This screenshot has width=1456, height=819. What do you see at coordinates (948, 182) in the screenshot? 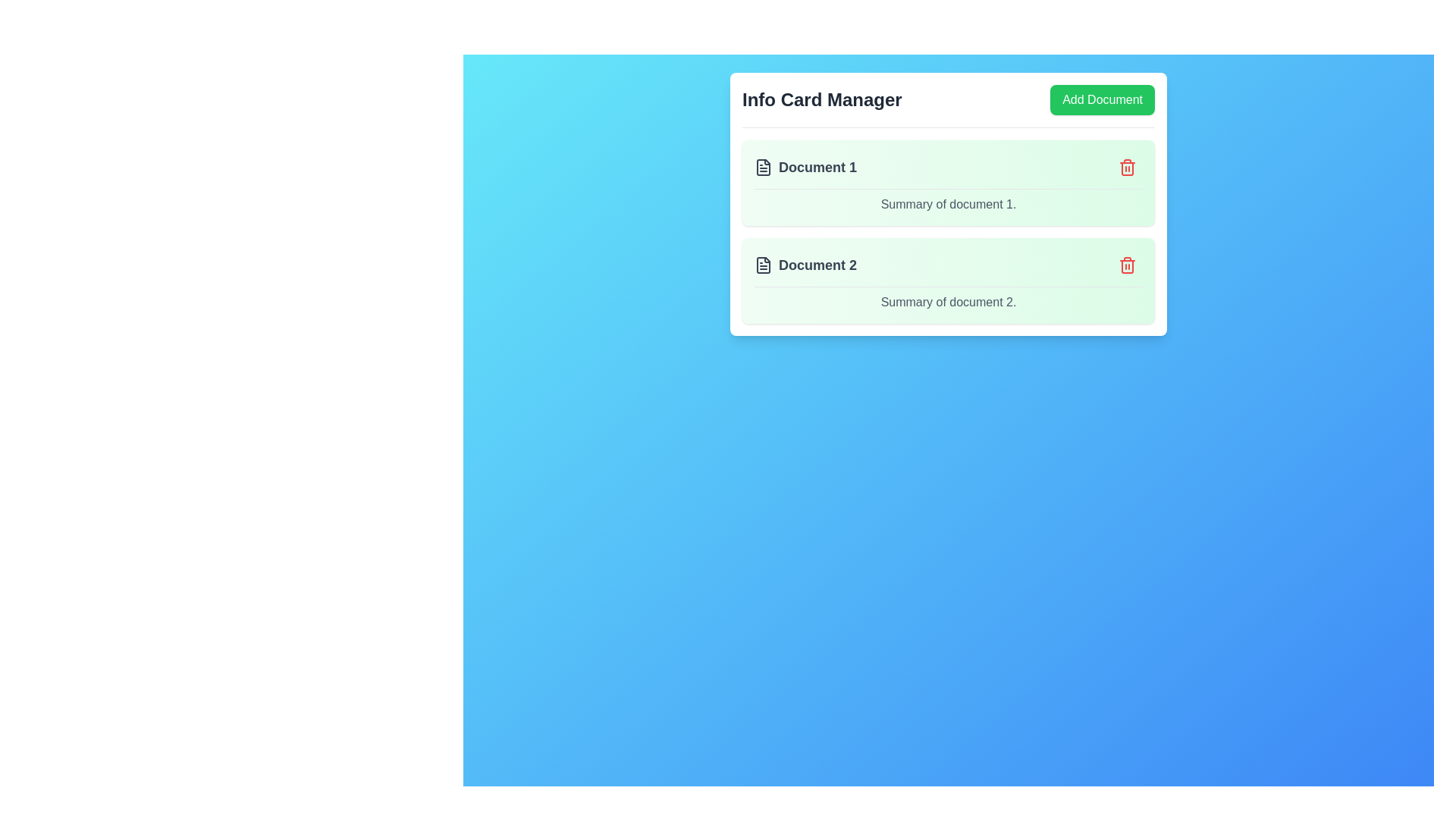
I see `summary of the document displayed in the first Information card within the Info Card Manager` at bounding box center [948, 182].